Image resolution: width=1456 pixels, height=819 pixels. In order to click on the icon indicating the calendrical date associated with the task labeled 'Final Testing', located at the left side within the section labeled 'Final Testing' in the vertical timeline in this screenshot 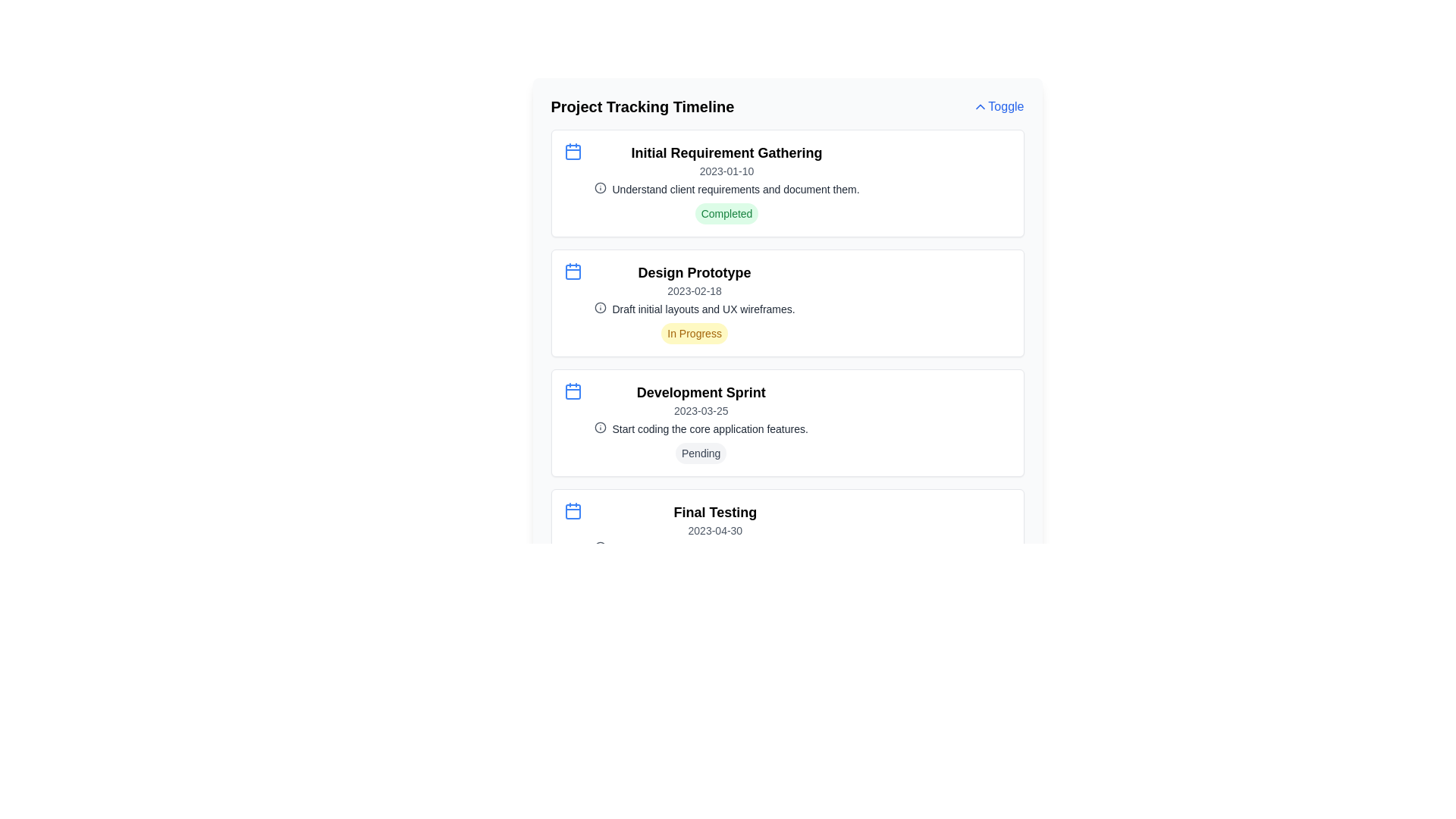, I will do `click(572, 511)`.